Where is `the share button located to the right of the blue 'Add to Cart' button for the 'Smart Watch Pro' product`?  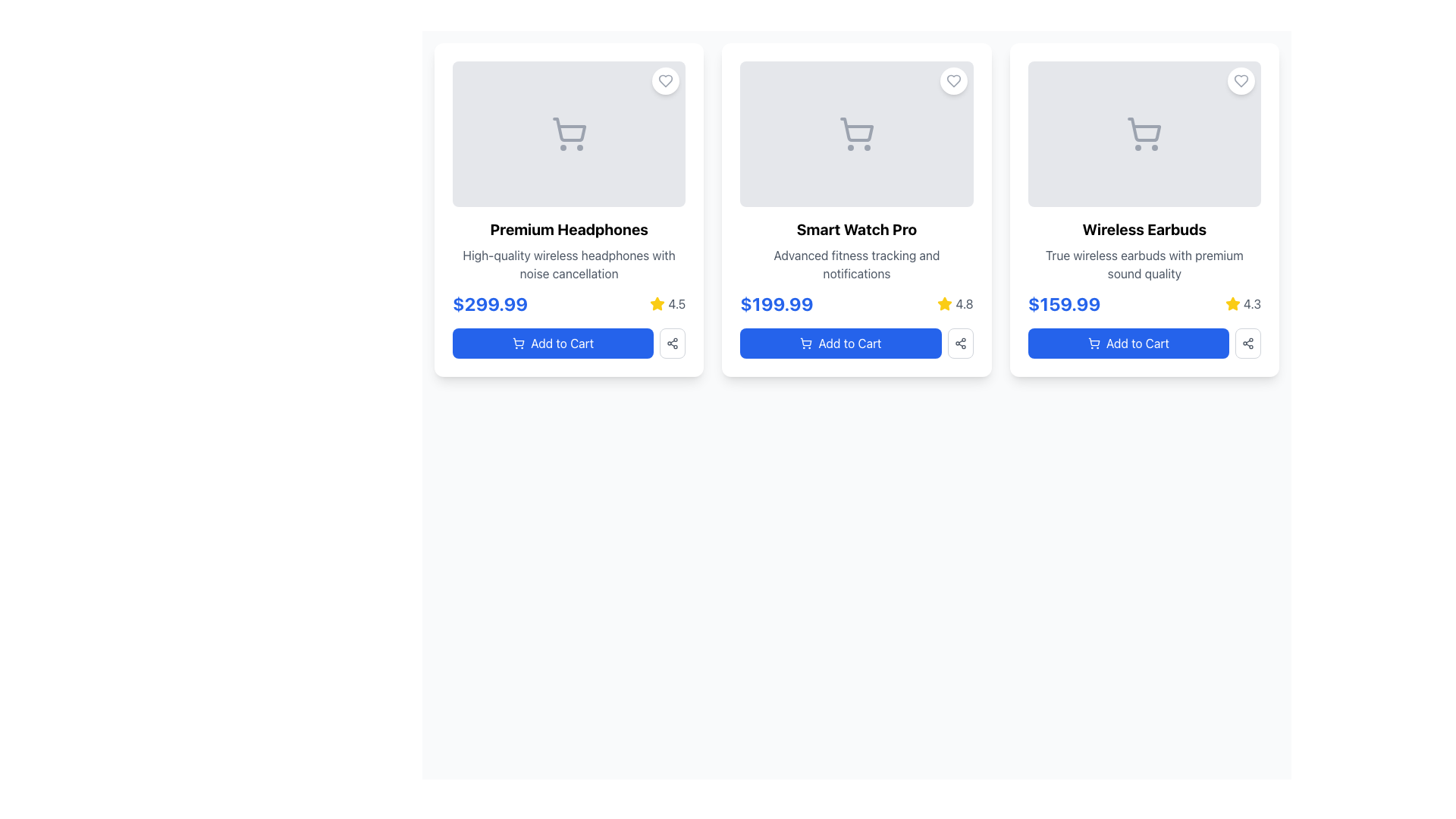
the share button located to the right of the blue 'Add to Cart' button for the 'Smart Watch Pro' product is located at coordinates (959, 343).